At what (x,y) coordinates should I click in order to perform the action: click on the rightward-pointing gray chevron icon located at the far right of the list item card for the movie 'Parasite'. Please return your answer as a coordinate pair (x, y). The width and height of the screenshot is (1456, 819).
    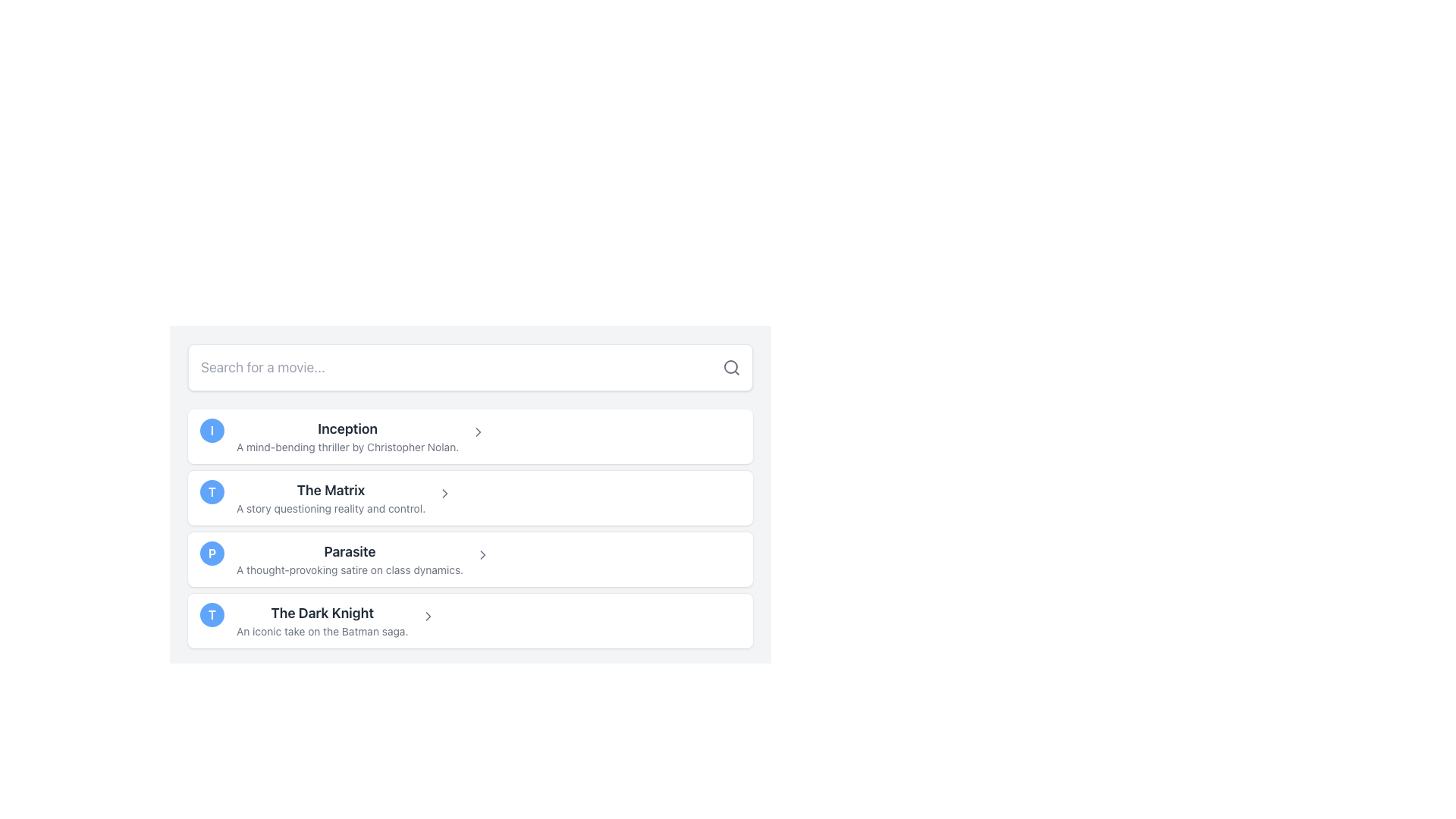
    Looking at the image, I should click on (482, 555).